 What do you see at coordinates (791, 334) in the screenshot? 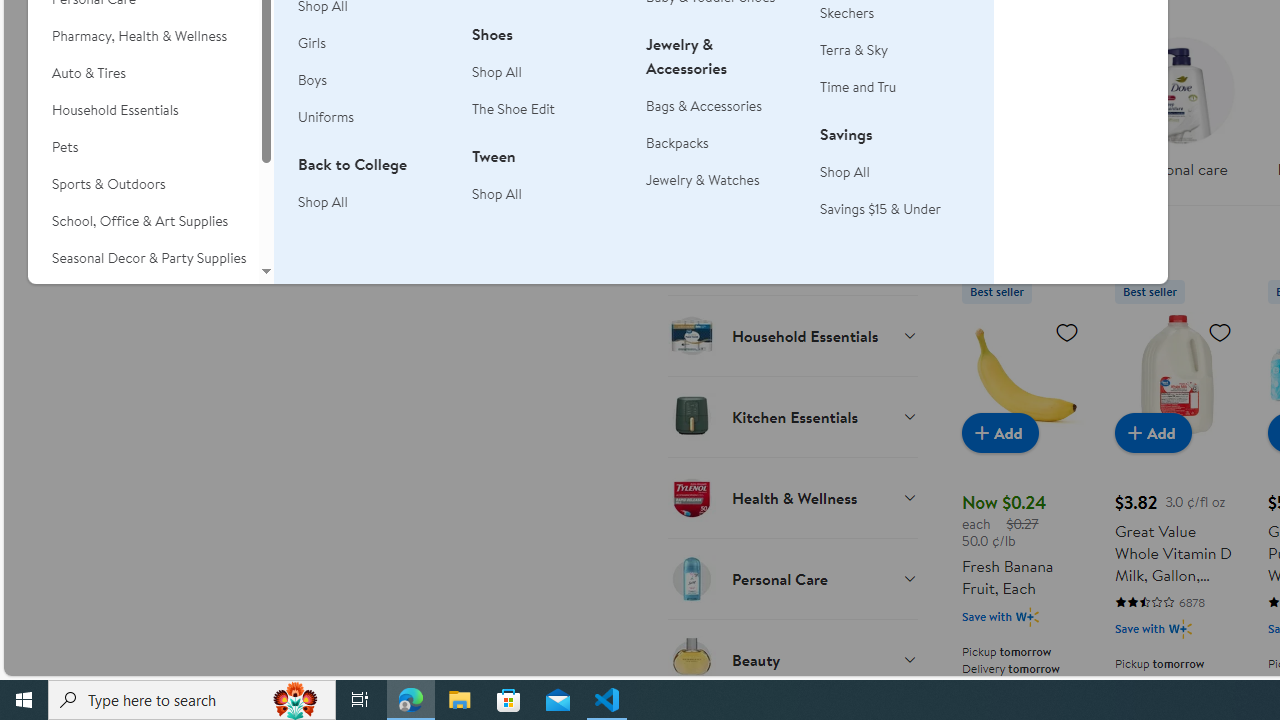
I see `'Household Essentials'` at bounding box center [791, 334].